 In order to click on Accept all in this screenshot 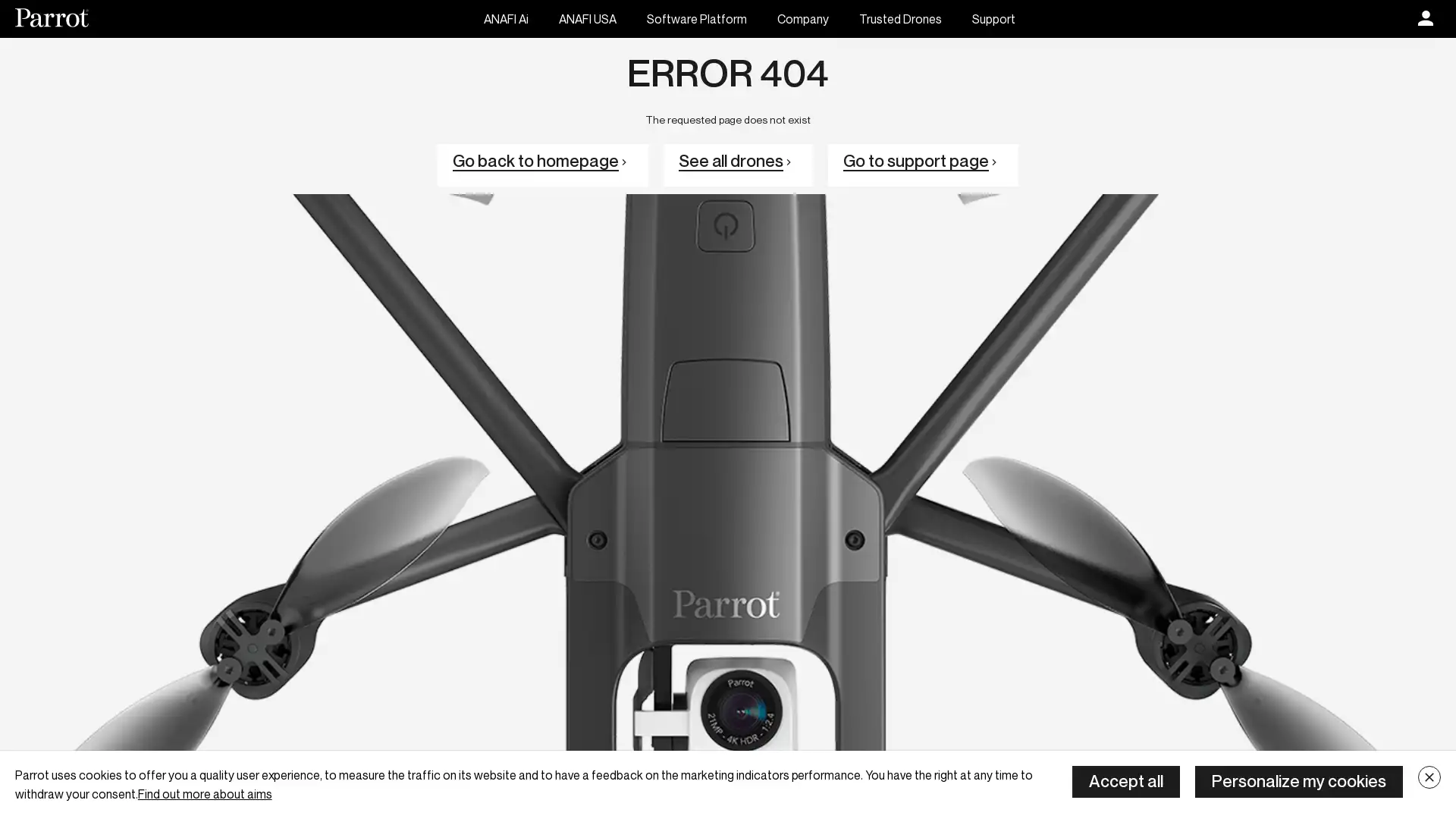, I will do `click(1125, 781)`.